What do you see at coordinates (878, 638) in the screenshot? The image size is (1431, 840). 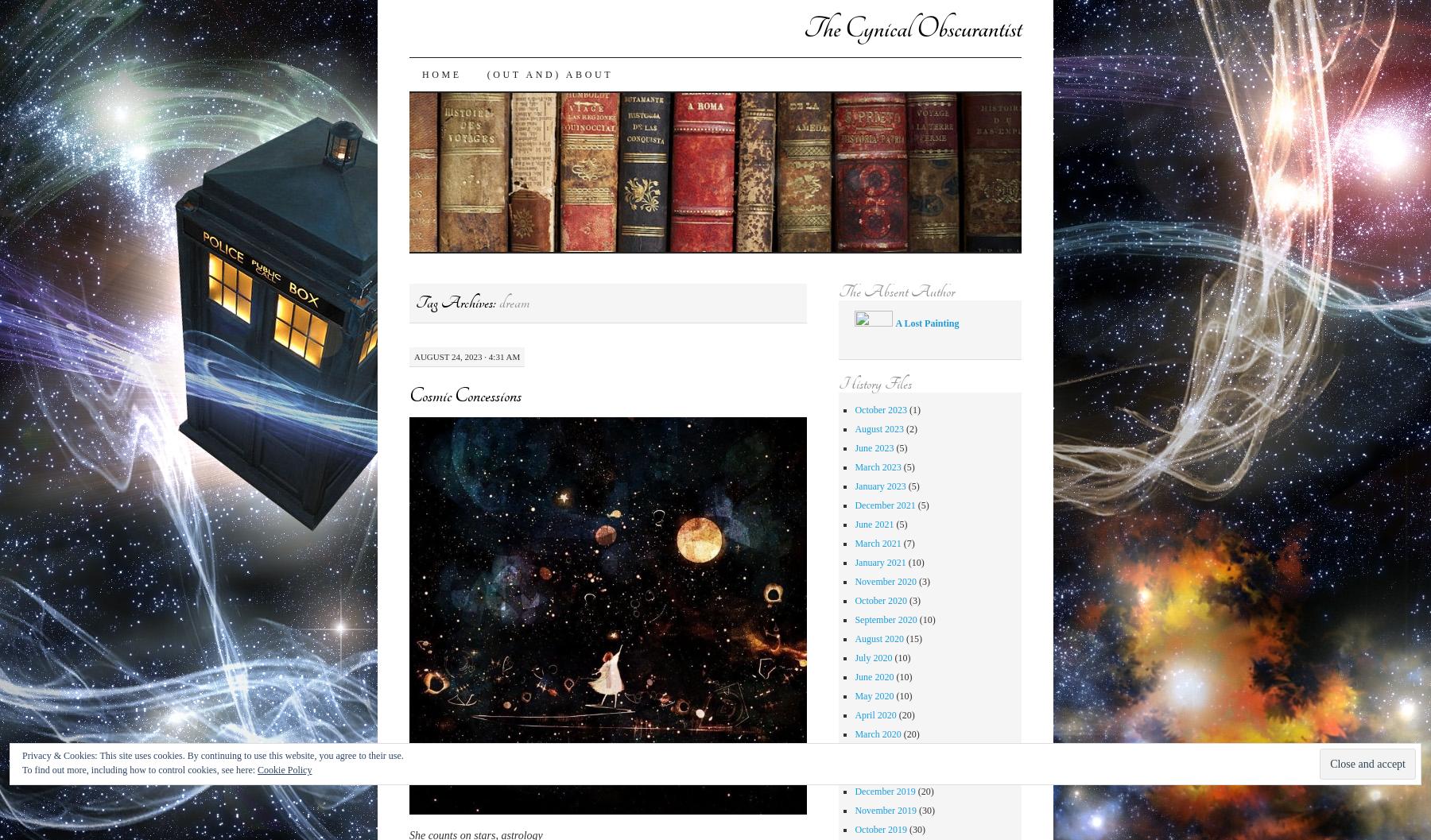 I see `'August 2020'` at bounding box center [878, 638].